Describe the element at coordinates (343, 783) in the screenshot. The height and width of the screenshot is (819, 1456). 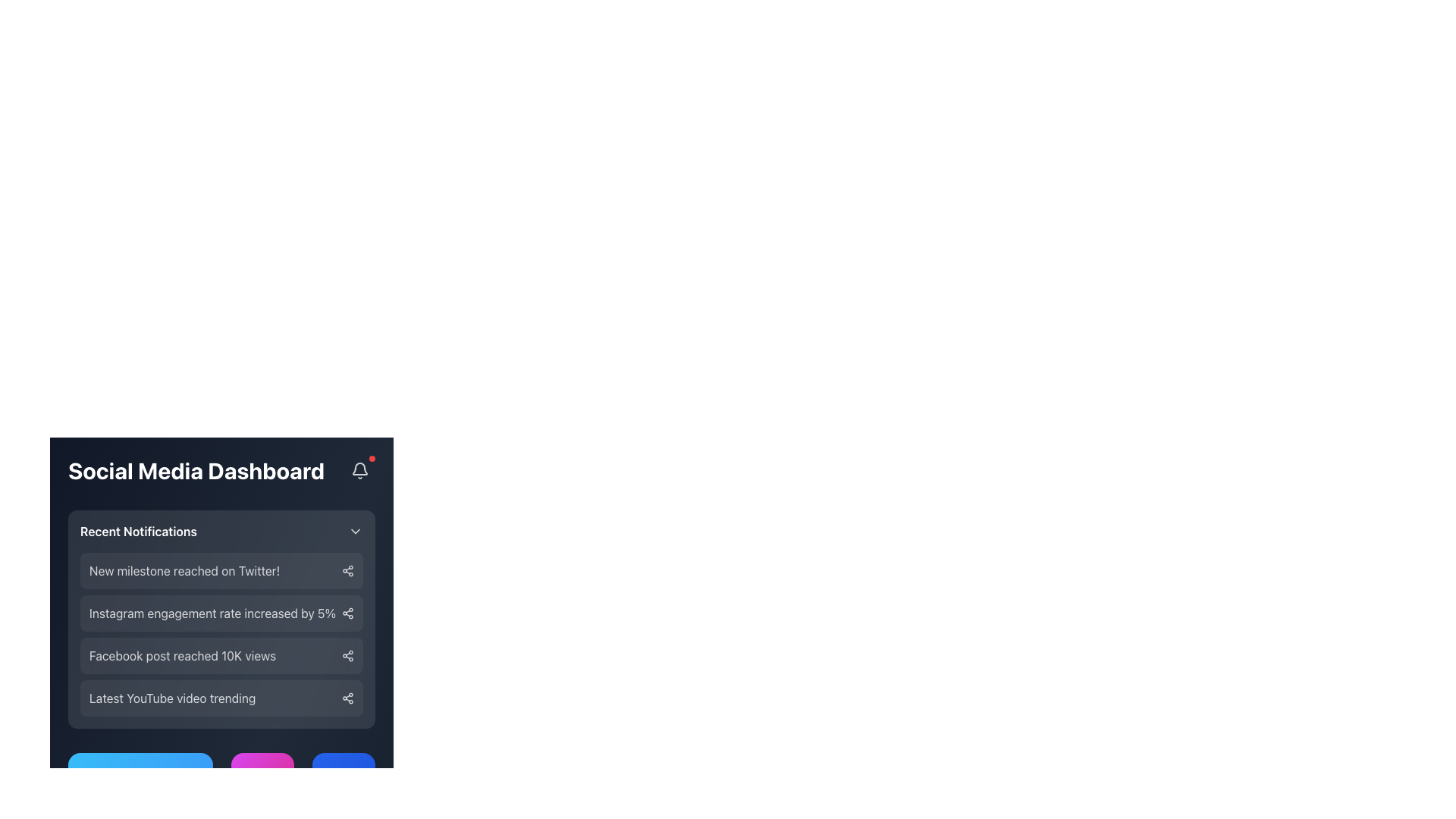
I see `the 'Facebook' text label, which is styled in bold with a white font` at that location.